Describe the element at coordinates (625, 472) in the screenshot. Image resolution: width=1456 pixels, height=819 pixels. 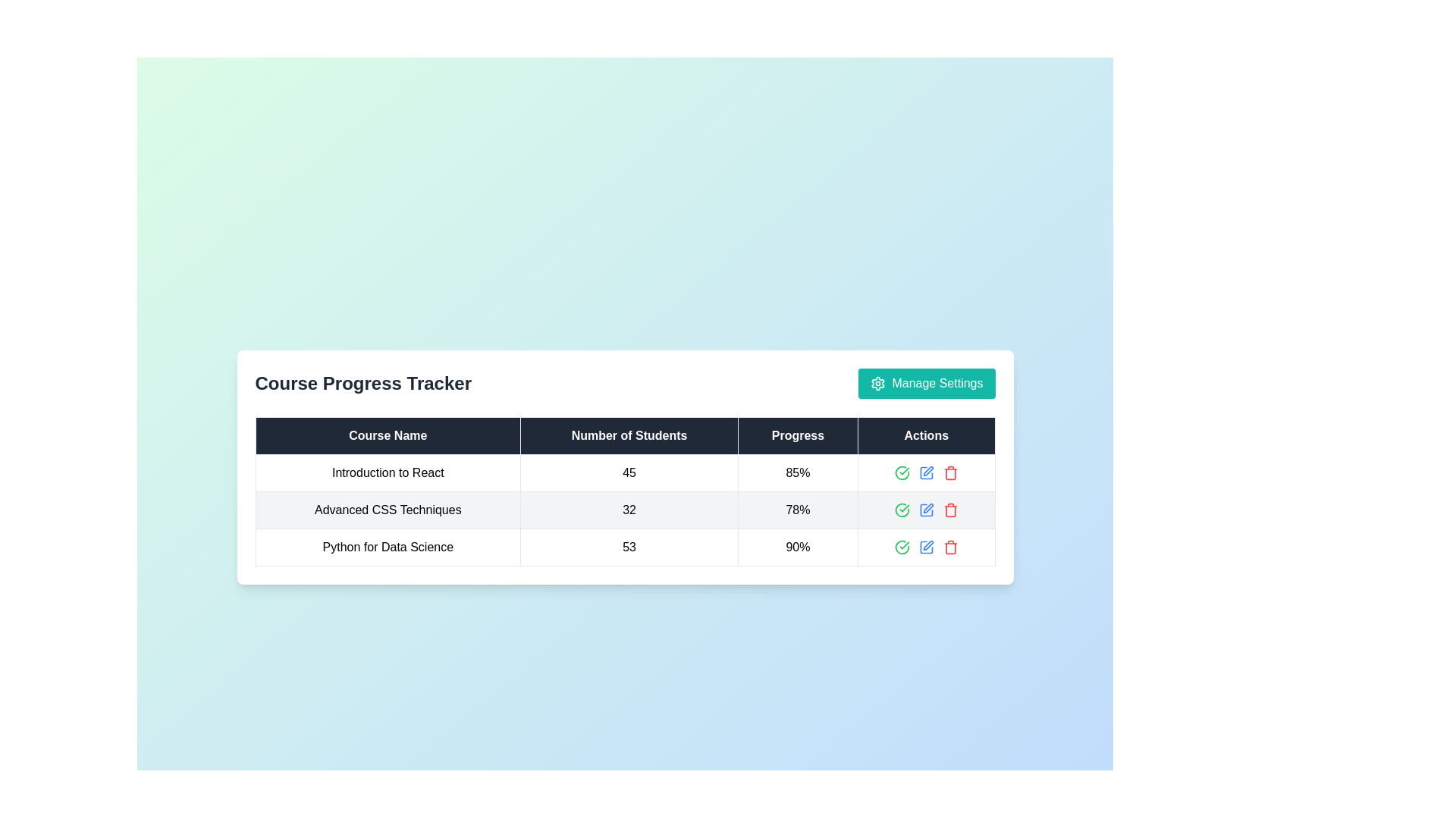
I see `the table row containing the course 'Introduction to React', which includes data such as the number '45' and percentage '85%', located above 'Advanced CSS Techniques'` at that location.